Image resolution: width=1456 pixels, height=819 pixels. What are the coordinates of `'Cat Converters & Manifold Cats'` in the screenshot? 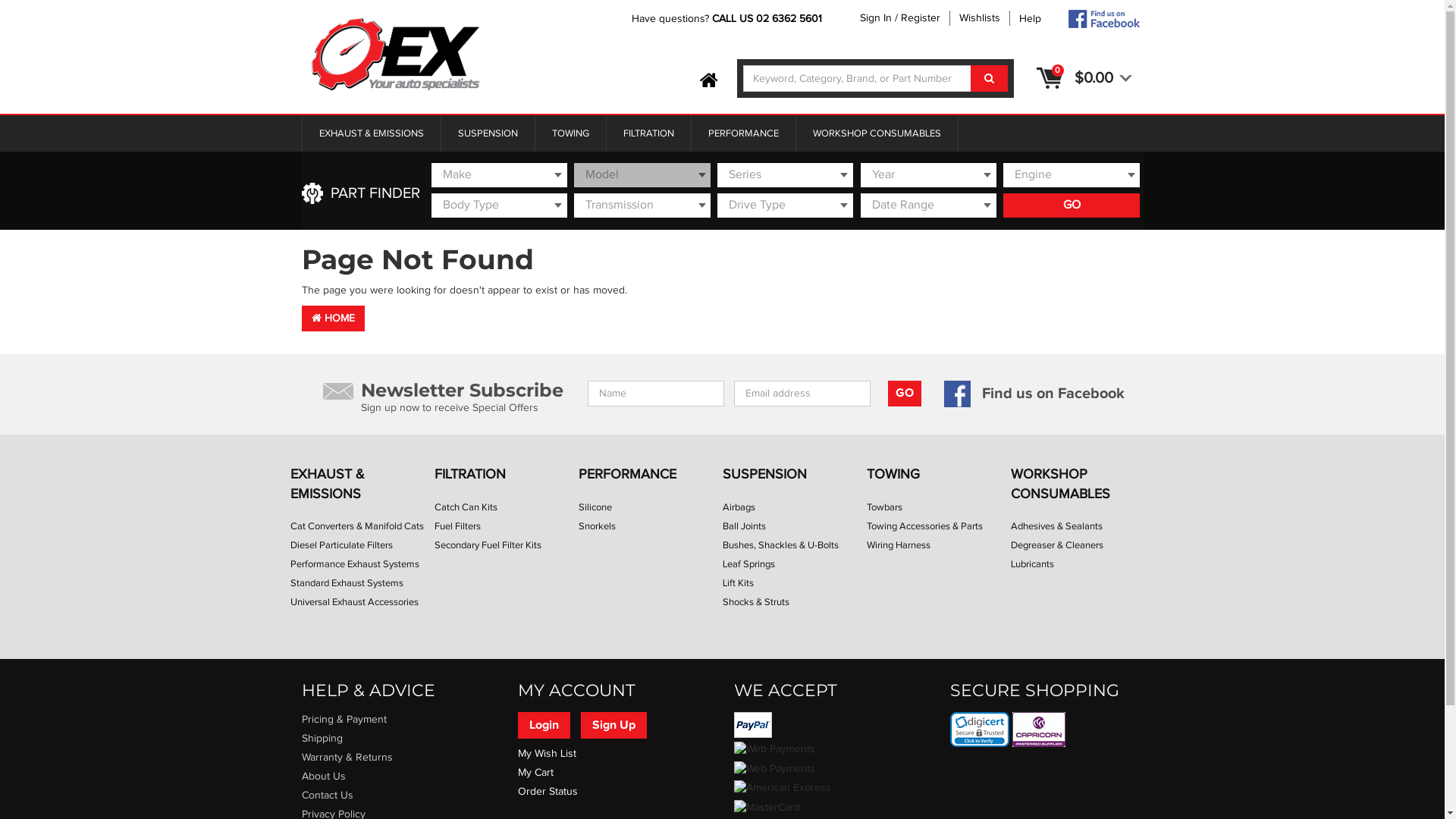 It's located at (356, 526).